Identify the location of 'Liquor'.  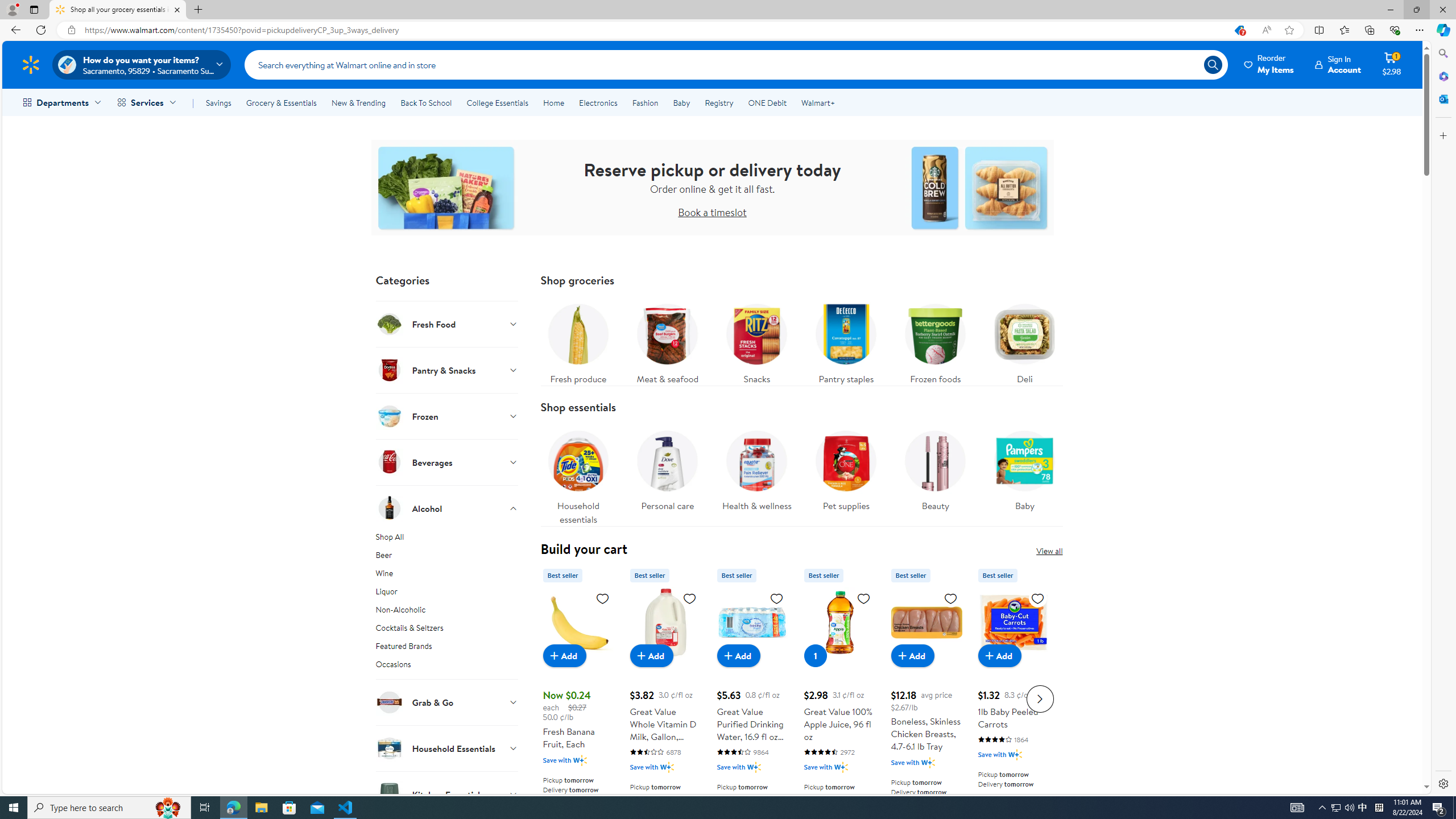
(446, 593).